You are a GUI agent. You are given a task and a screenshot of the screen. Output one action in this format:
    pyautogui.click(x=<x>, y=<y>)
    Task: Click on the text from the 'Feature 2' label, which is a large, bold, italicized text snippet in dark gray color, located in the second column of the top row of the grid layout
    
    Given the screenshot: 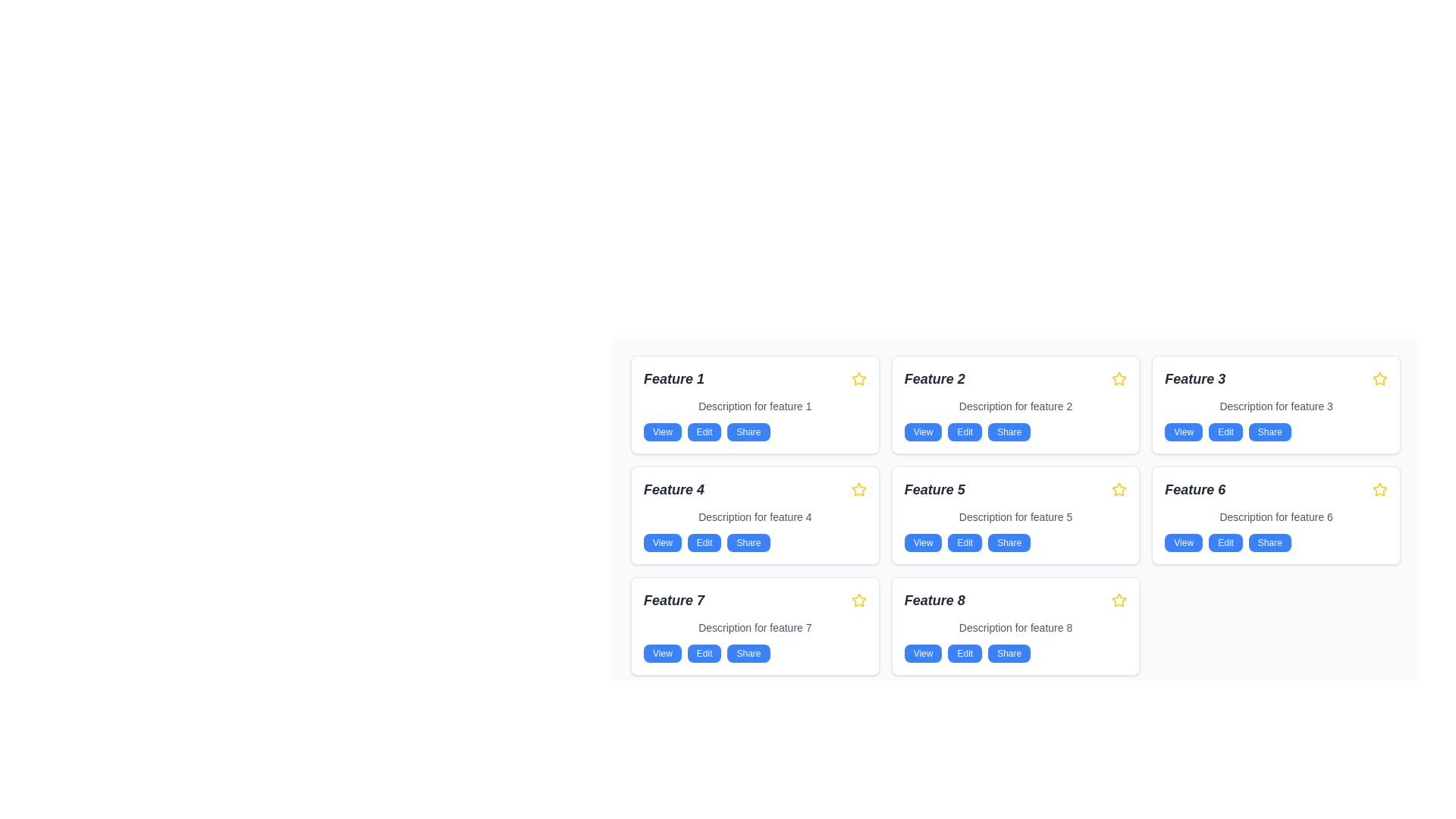 What is the action you would take?
    pyautogui.click(x=934, y=378)
    